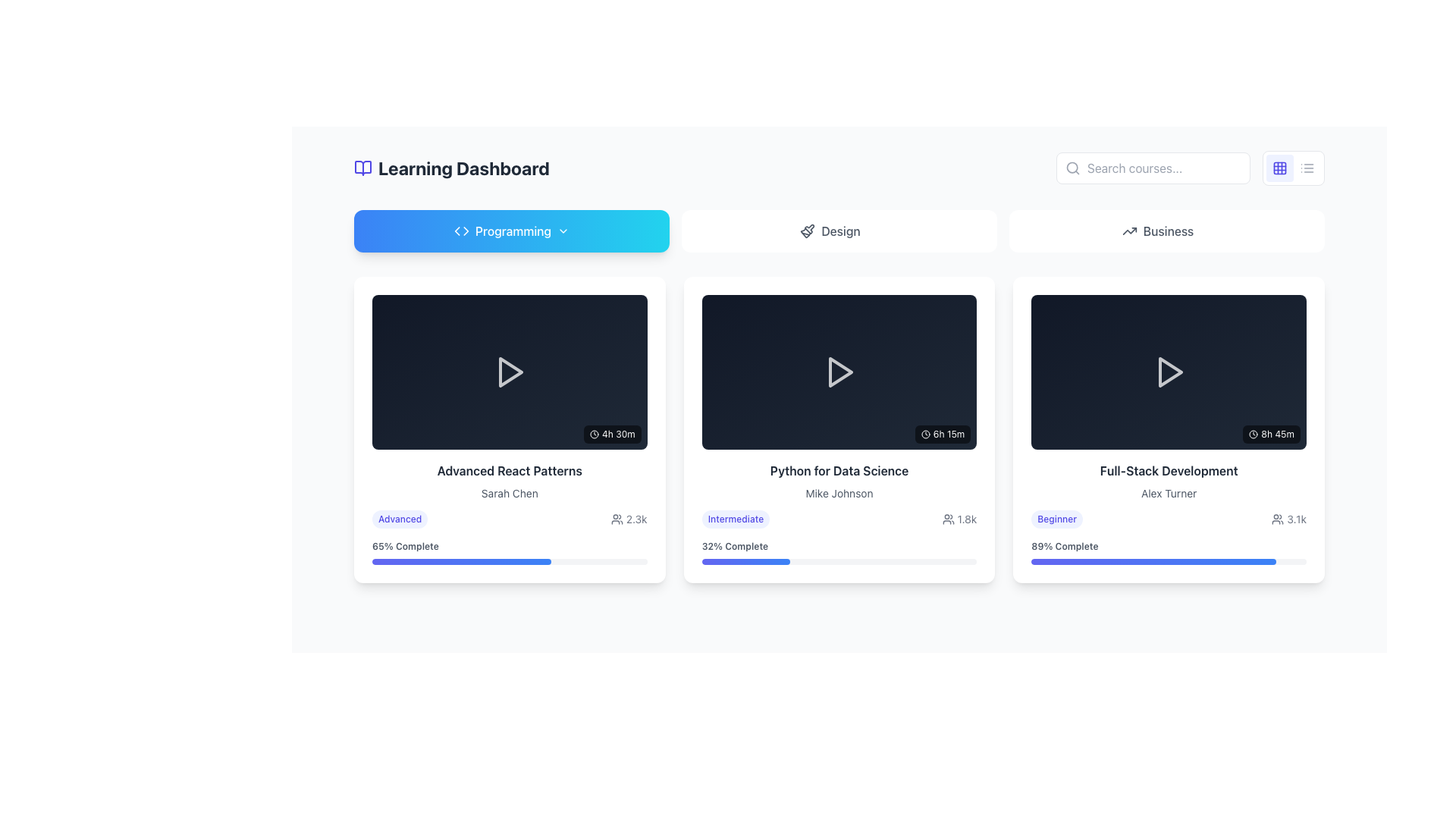  What do you see at coordinates (924, 435) in the screenshot?
I see `the small circular clock icon with a black background and red circular border located in the top-right area of the 'Python for Data Science' card` at bounding box center [924, 435].